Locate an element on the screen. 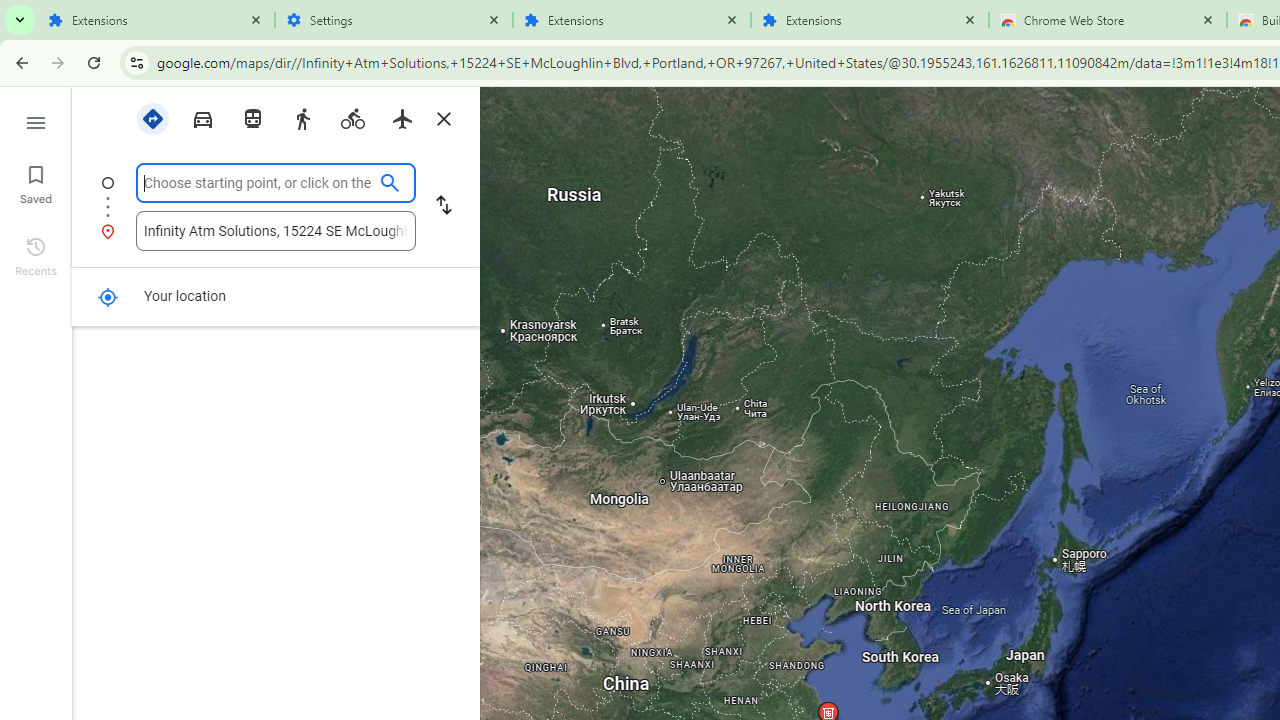  'Transit' is located at coordinates (251, 117).